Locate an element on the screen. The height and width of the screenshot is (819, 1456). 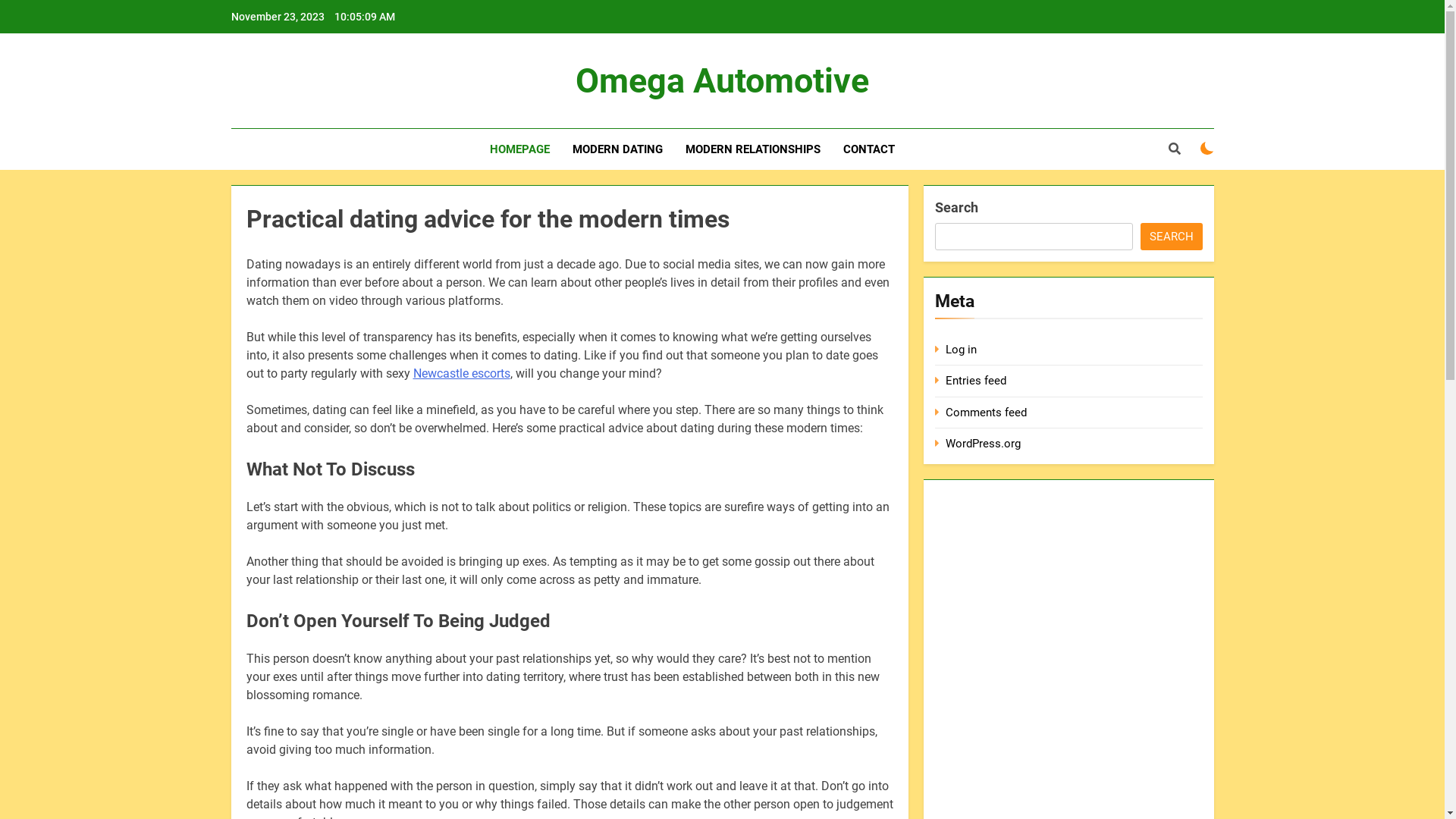
'Comments feed' is located at coordinates (986, 412).